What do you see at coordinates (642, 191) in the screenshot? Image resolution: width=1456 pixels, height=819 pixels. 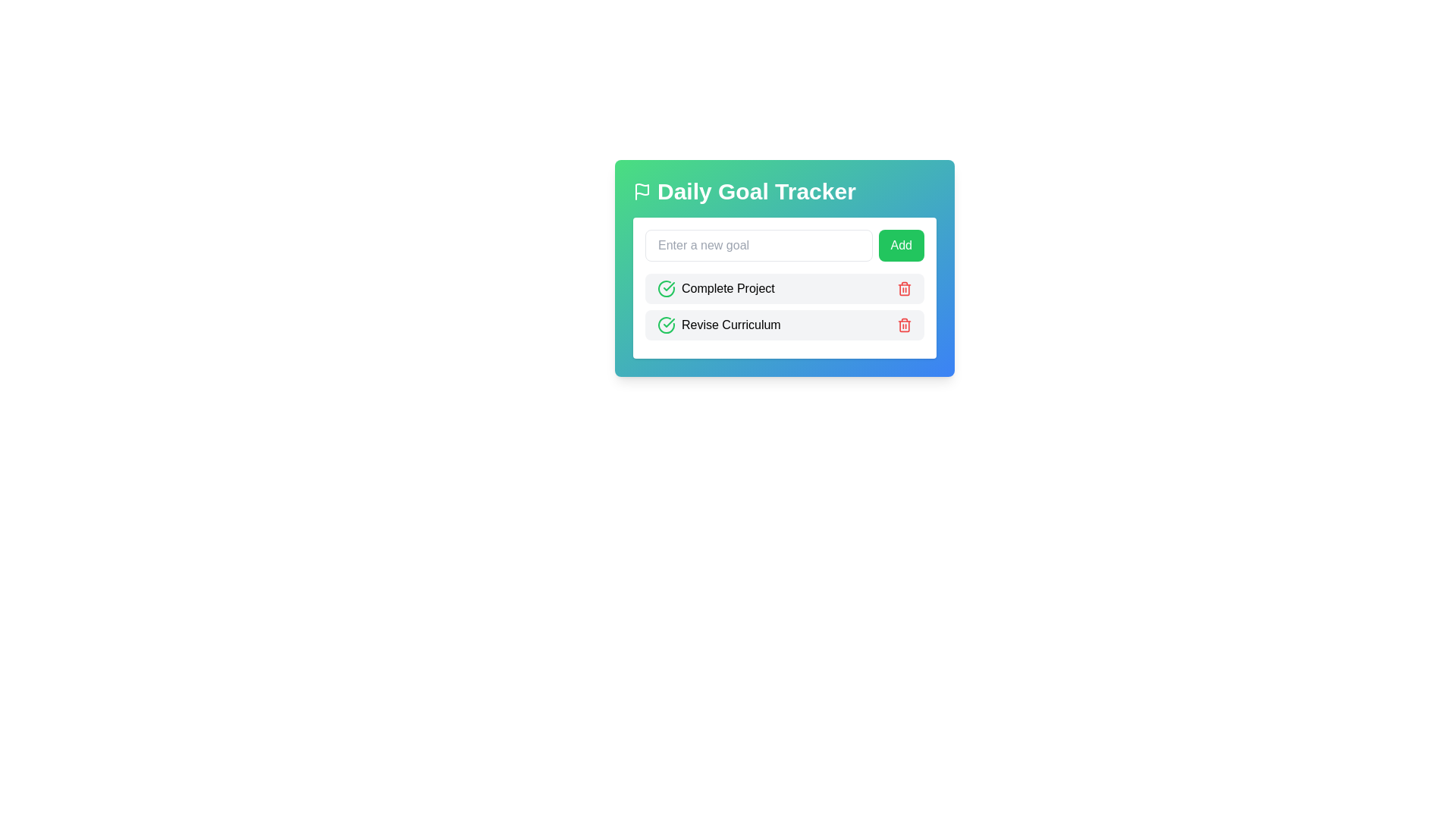 I see `the flag icon located to the left of the text 'Daily Goal Tracker', which has a wavy design and is outlined by a thin stroke` at bounding box center [642, 191].